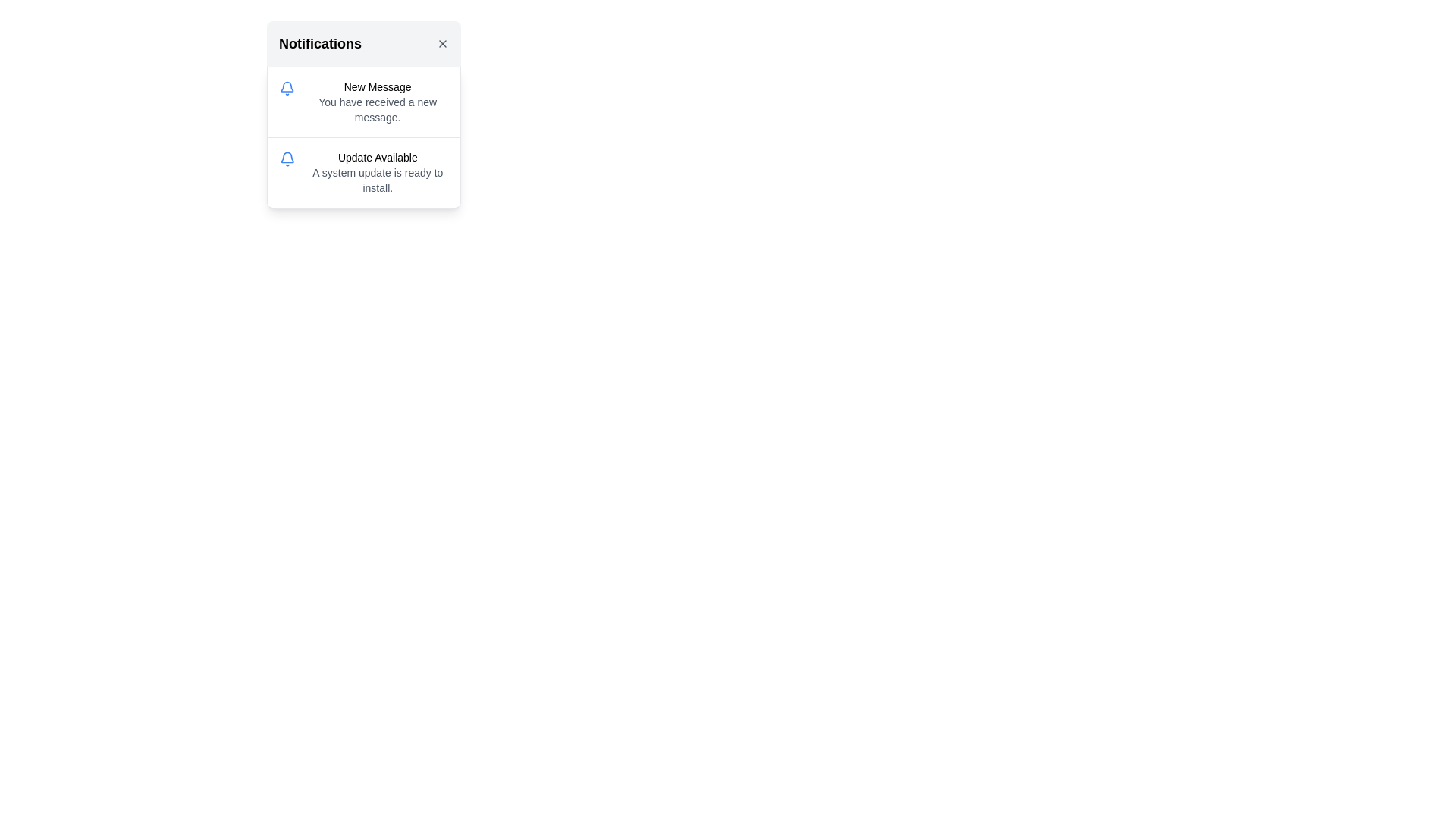 The height and width of the screenshot is (819, 1456). What do you see at coordinates (364, 171) in the screenshot?
I see `the second notification in the list, which indicates that a system update is ready to install, to get additional details` at bounding box center [364, 171].